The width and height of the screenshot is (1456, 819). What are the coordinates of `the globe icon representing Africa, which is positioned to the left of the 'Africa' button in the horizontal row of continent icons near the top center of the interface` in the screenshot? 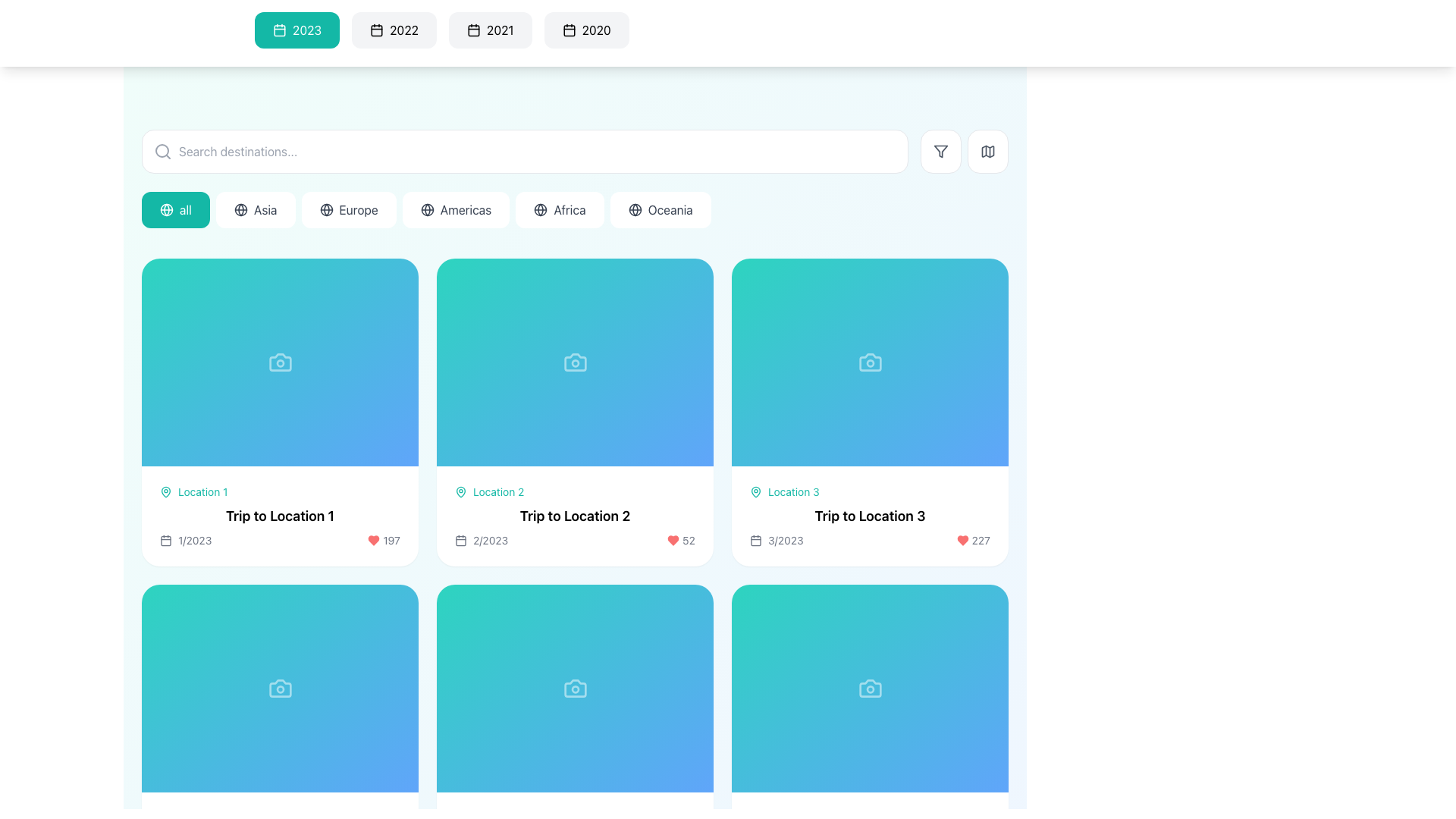 It's located at (541, 210).